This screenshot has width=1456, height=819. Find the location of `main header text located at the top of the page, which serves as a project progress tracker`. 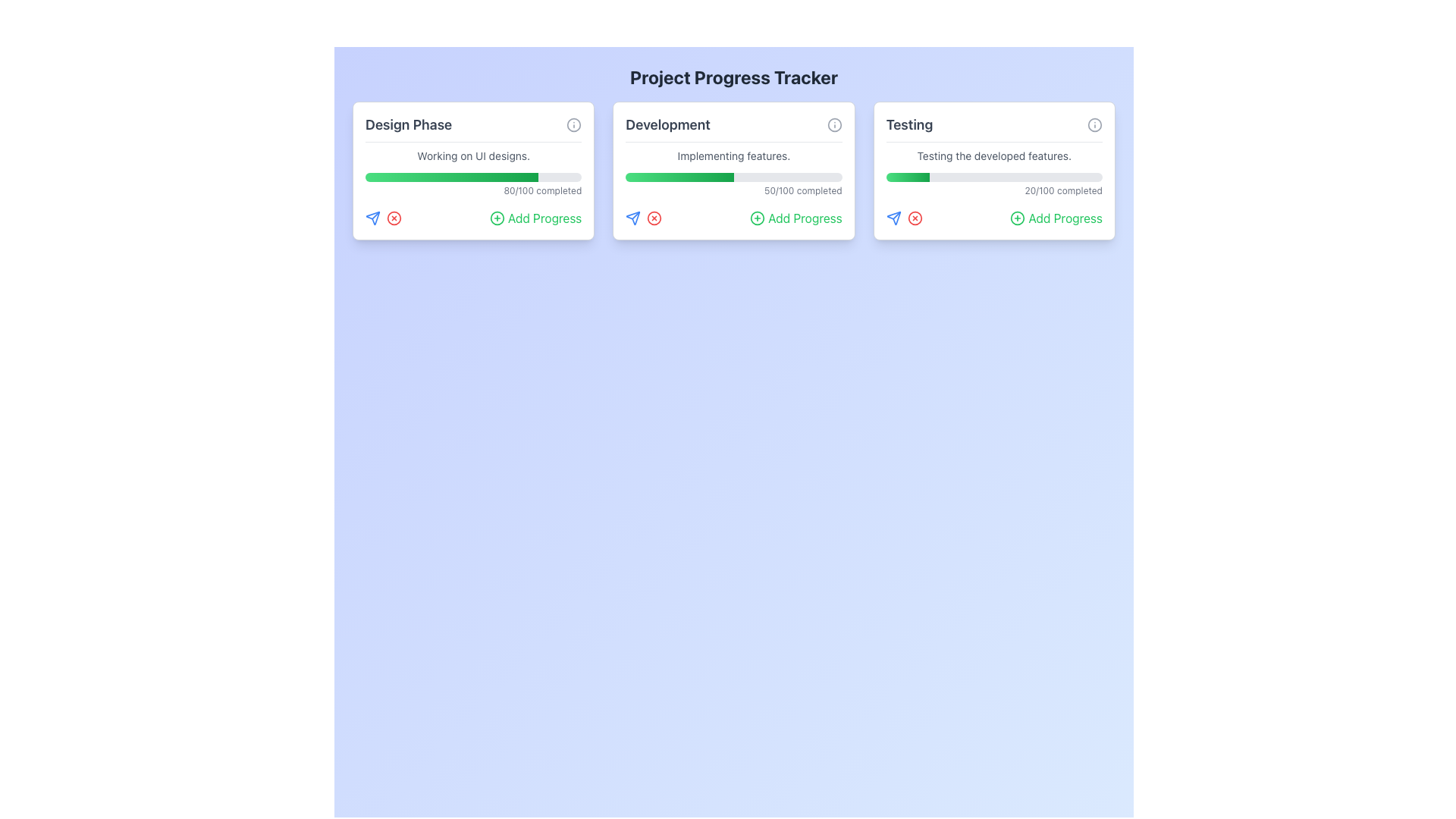

main header text located at the top of the page, which serves as a project progress tracker is located at coordinates (734, 77).